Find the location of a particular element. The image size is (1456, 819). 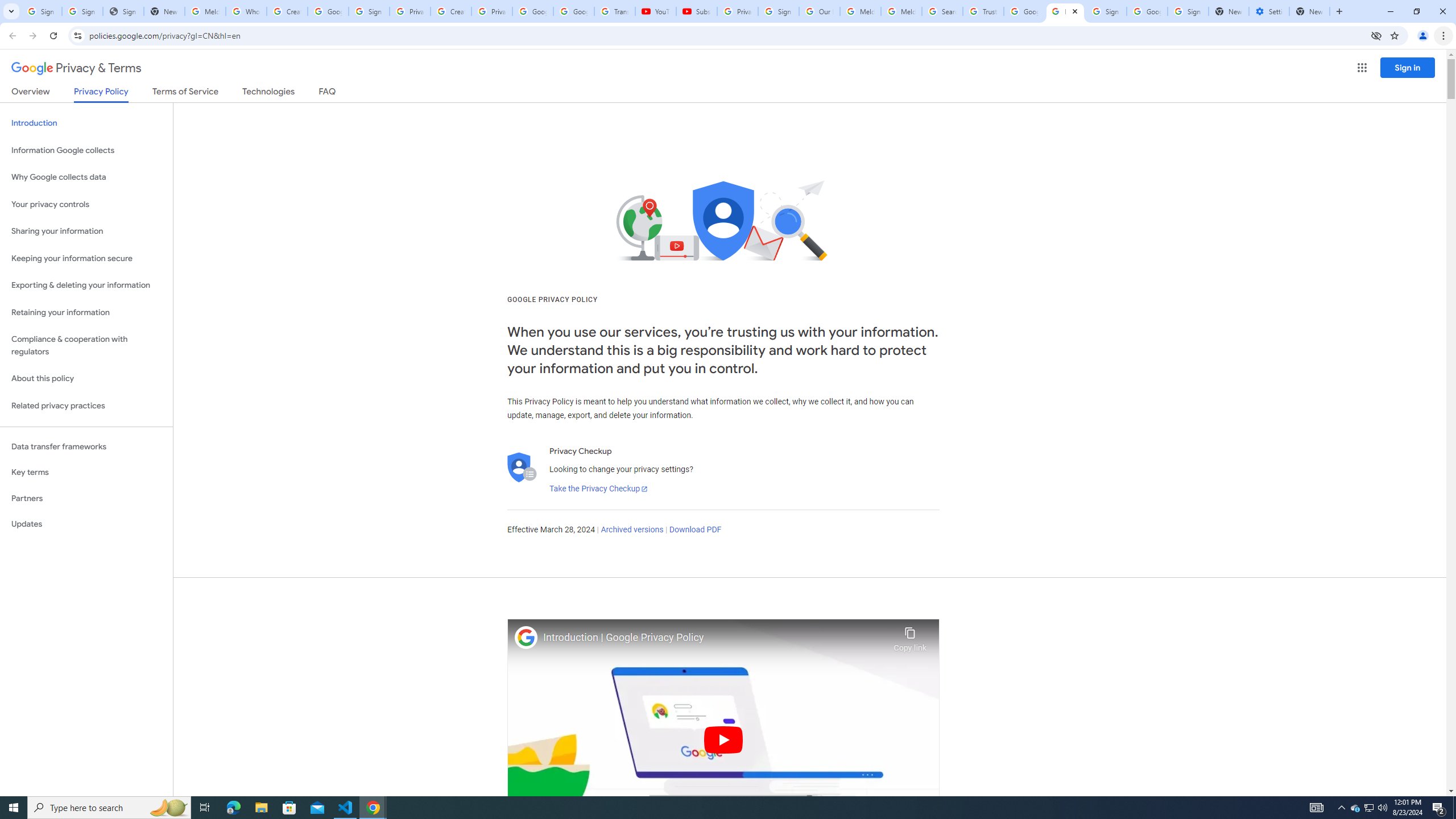

'Trusted Information and Content - Google Safety Center' is located at coordinates (983, 11).